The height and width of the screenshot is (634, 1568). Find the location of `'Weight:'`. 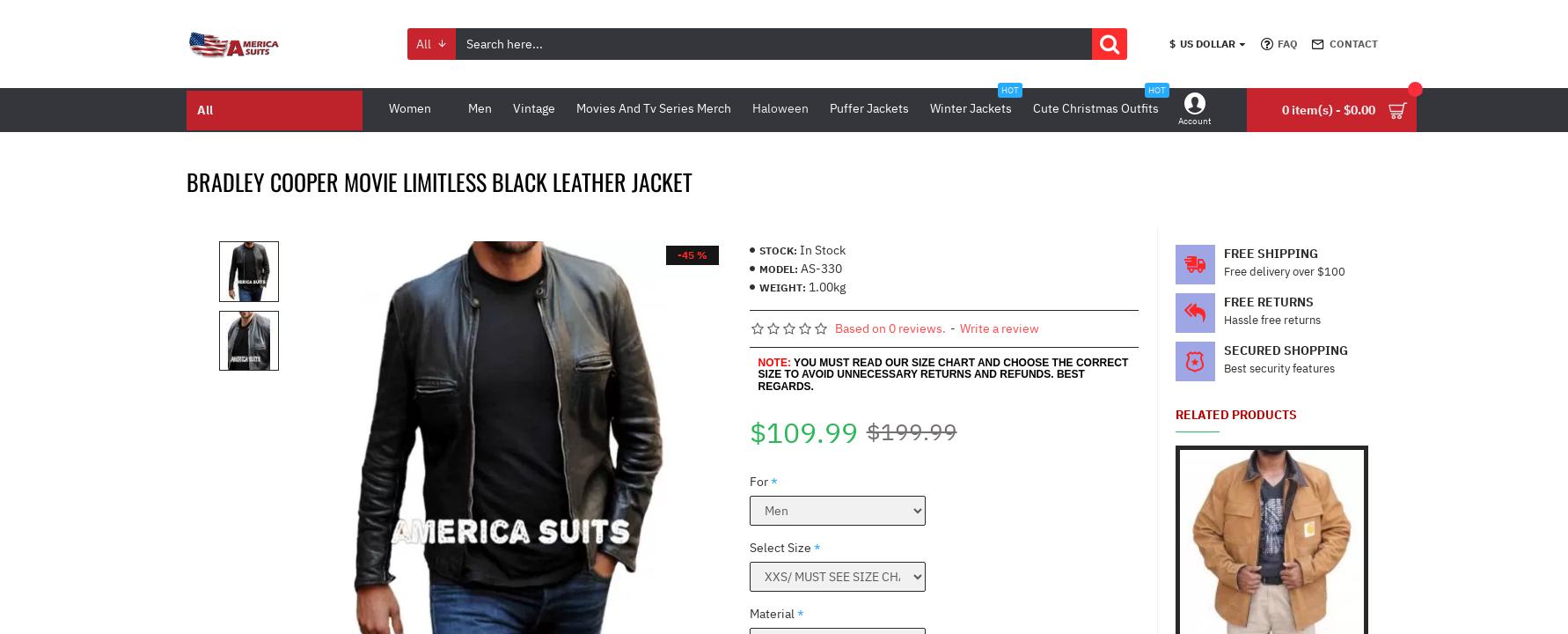

'Weight:' is located at coordinates (780, 285).